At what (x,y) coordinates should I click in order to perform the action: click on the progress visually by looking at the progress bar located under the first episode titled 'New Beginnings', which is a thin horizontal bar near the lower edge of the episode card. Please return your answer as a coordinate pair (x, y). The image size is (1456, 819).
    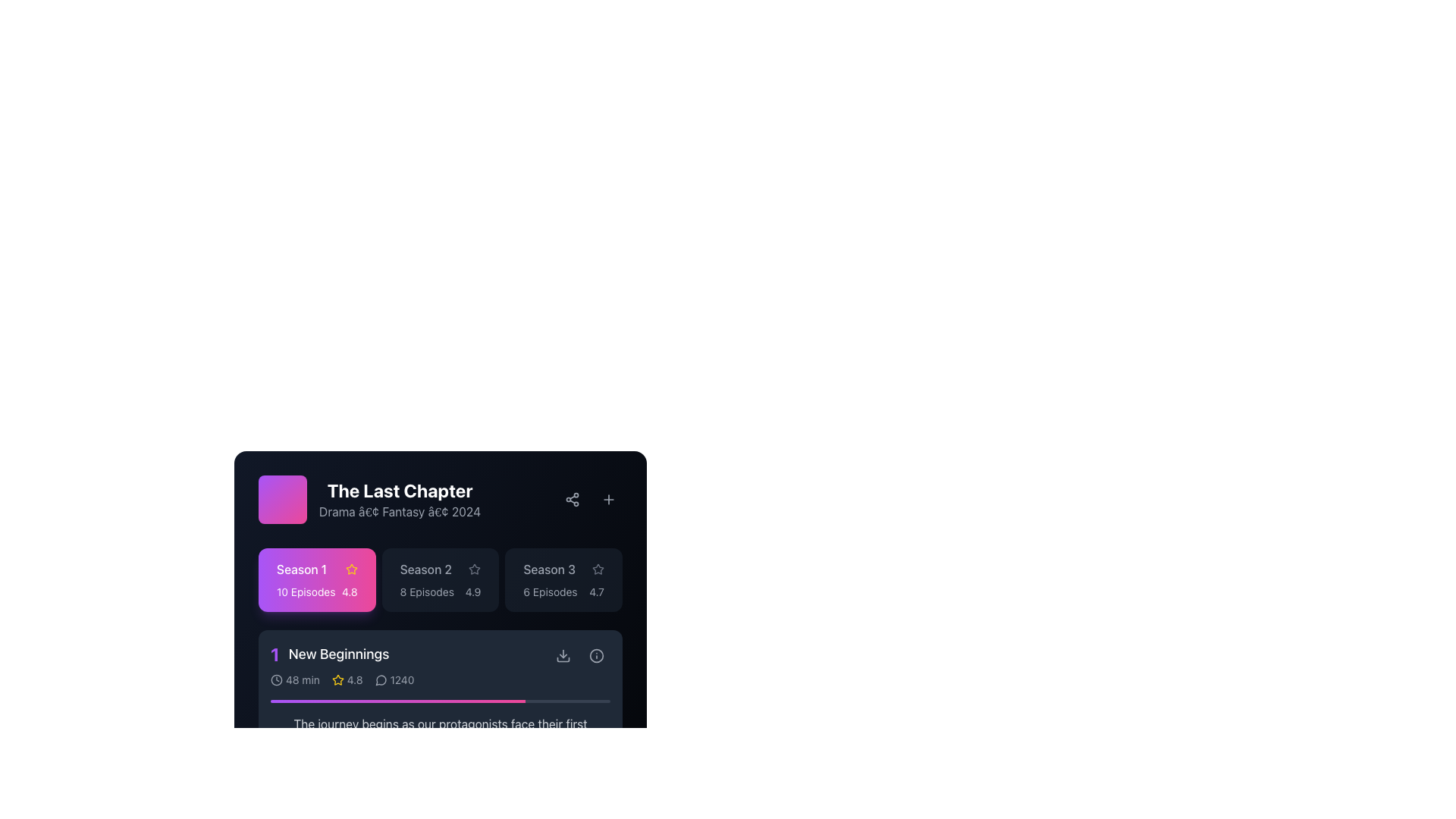
    Looking at the image, I should click on (439, 701).